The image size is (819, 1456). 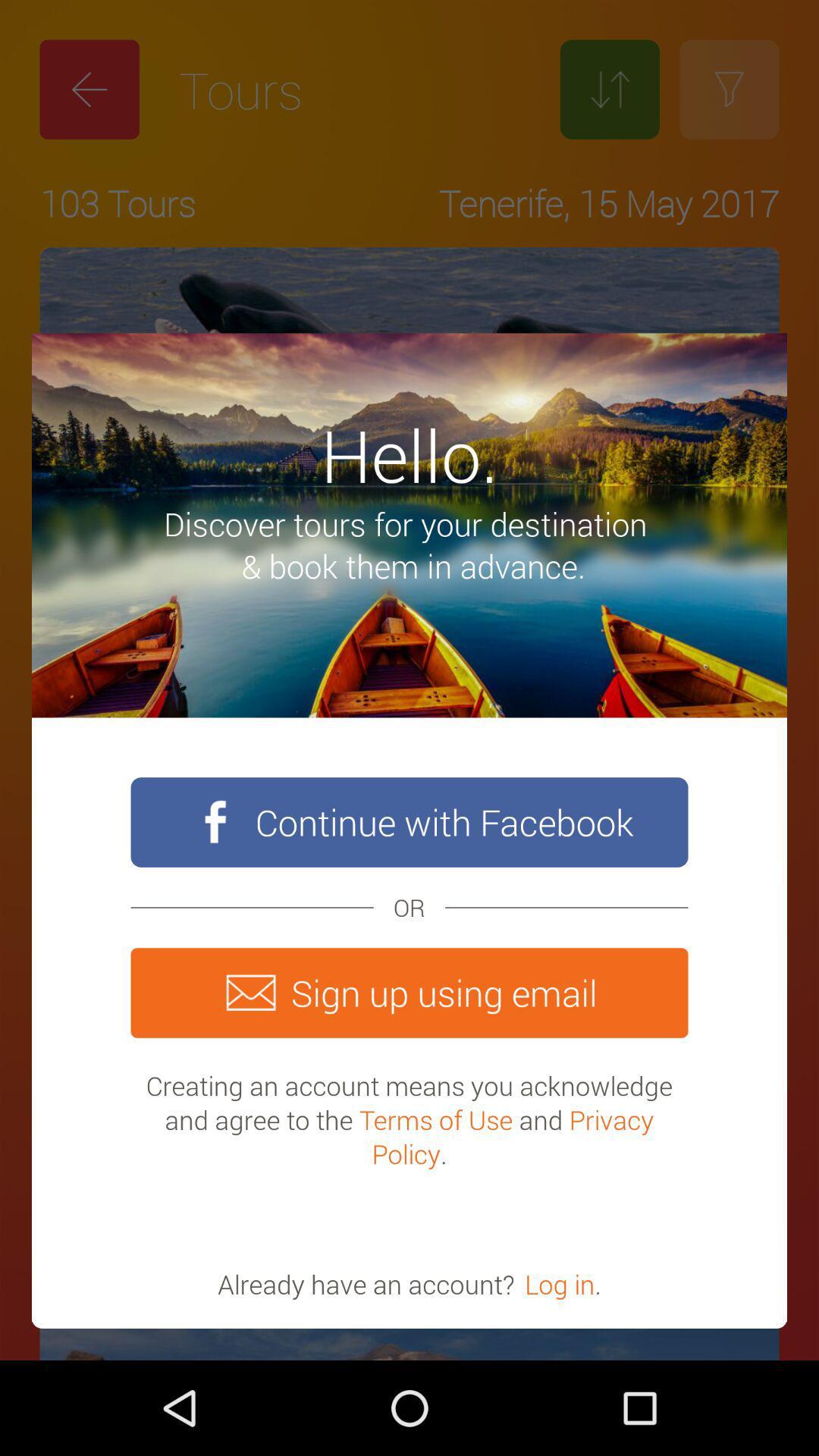 What do you see at coordinates (560, 1283) in the screenshot?
I see `the icon next to already have an item` at bounding box center [560, 1283].